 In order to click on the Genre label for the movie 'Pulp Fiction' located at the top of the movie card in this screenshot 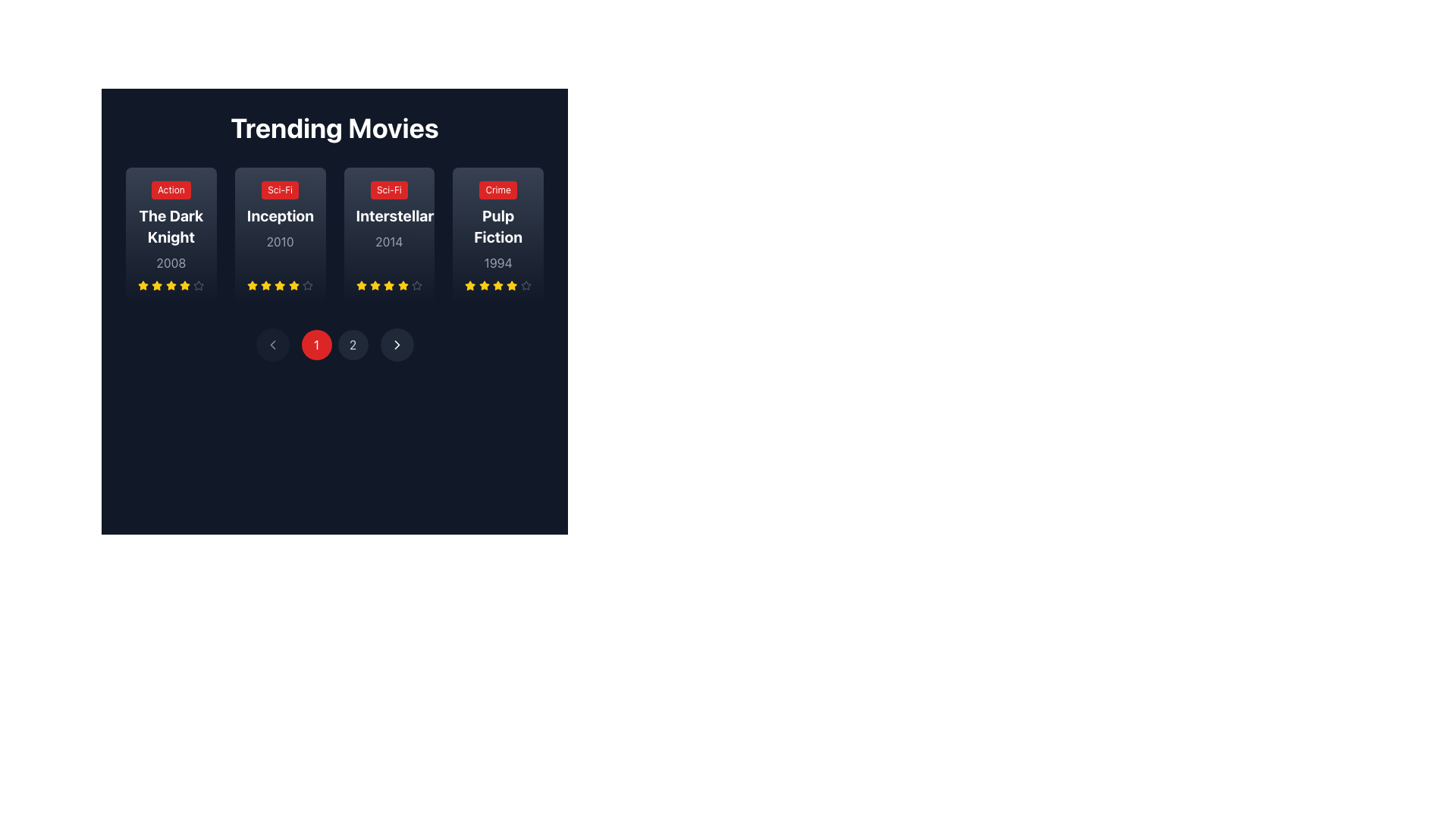, I will do `click(498, 189)`.